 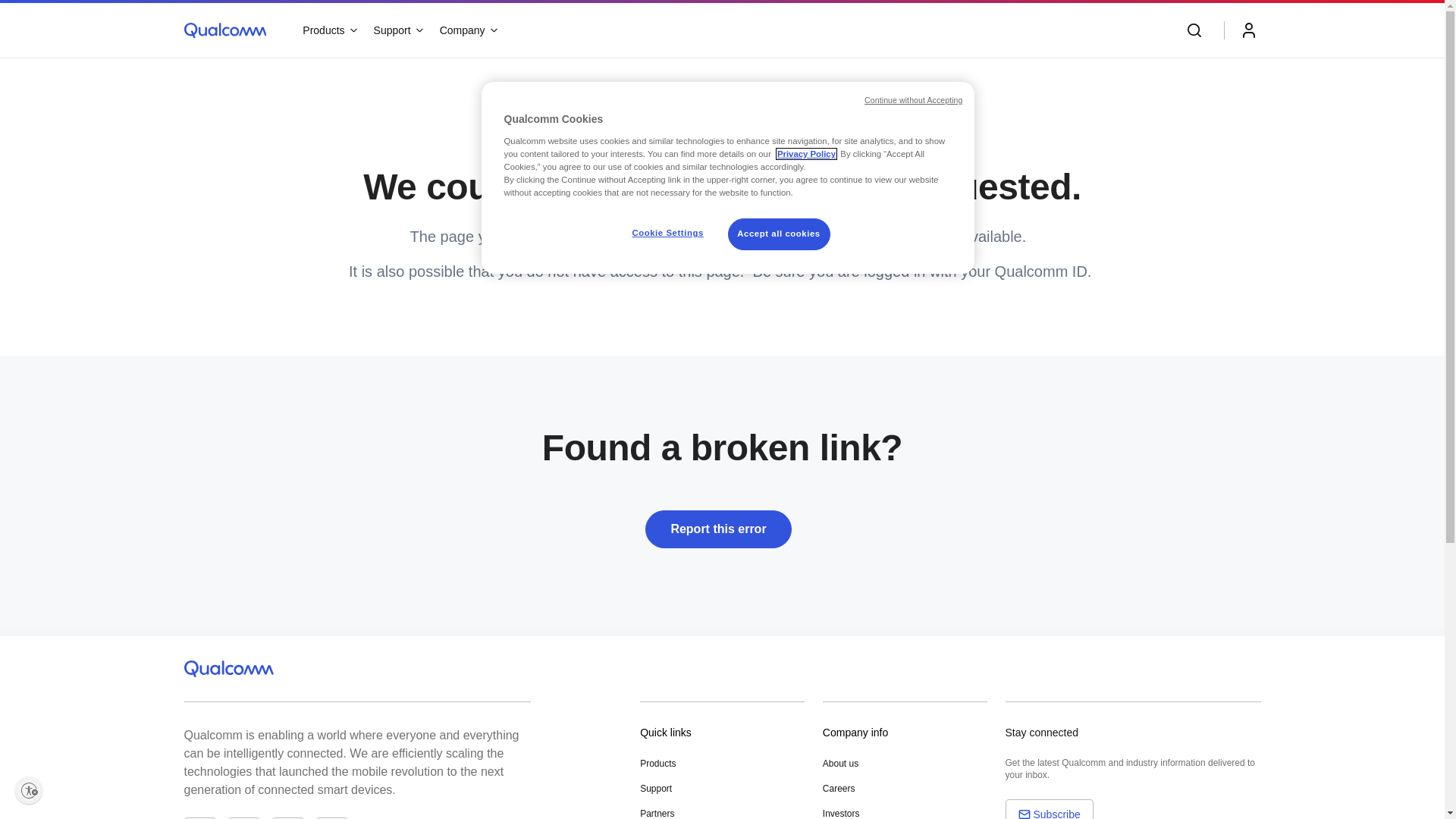 I want to click on 'Careers', so click(x=838, y=788).